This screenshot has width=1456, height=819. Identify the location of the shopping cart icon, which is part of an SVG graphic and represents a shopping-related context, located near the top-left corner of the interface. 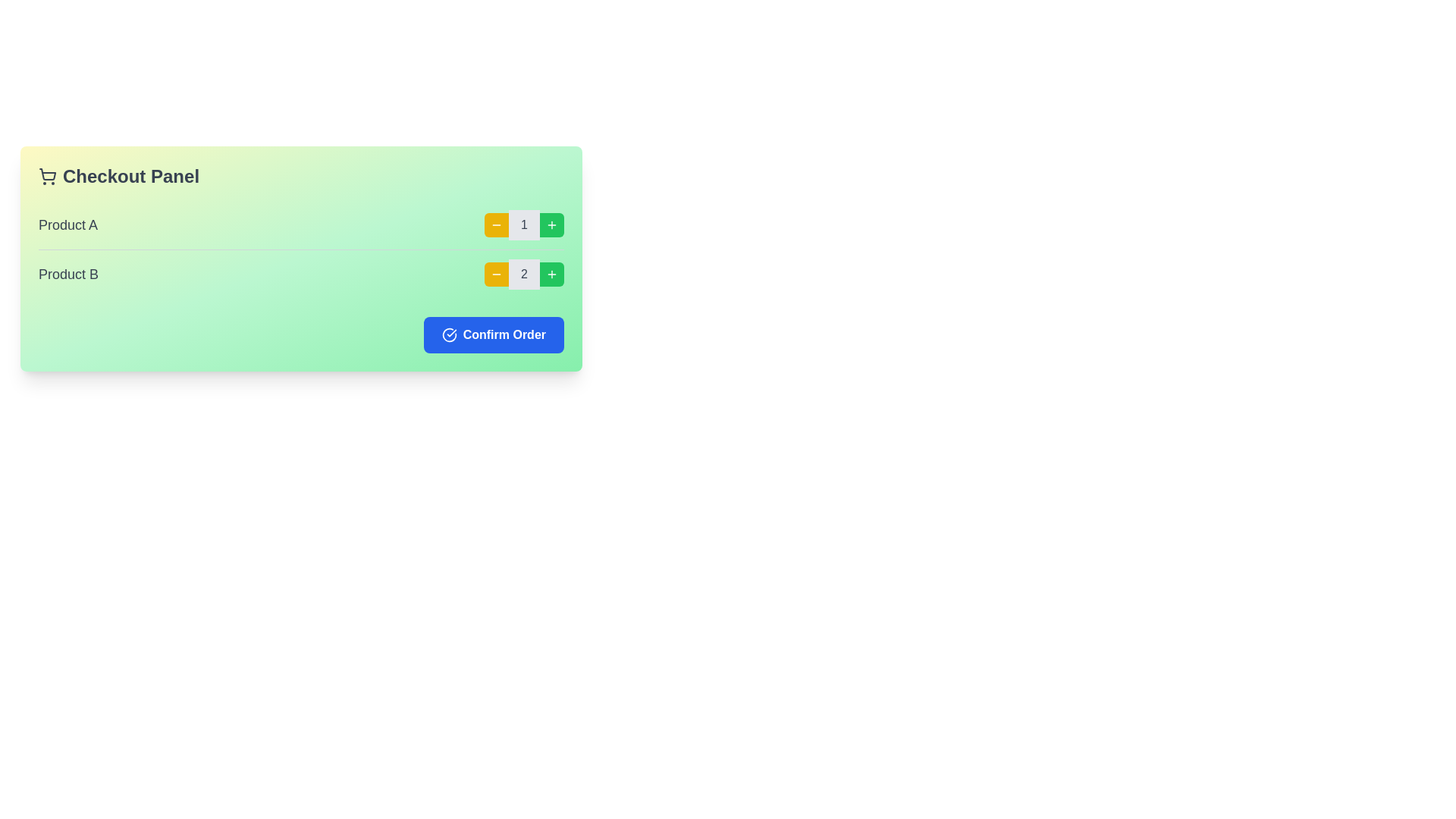
(47, 174).